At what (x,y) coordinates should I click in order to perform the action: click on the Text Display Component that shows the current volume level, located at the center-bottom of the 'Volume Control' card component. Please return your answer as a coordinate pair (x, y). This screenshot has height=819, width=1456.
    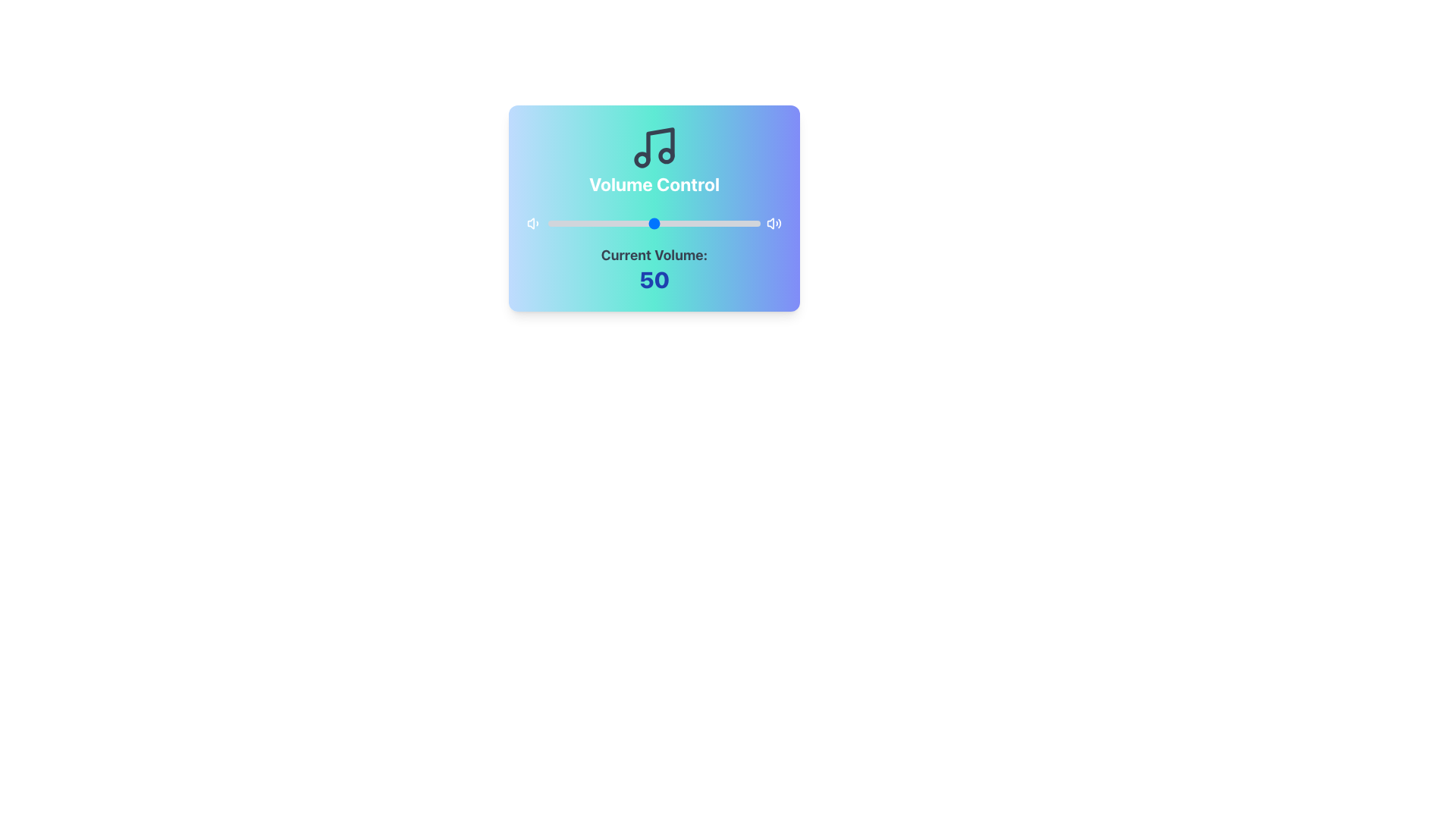
    Looking at the image, I should click on (654, 268).